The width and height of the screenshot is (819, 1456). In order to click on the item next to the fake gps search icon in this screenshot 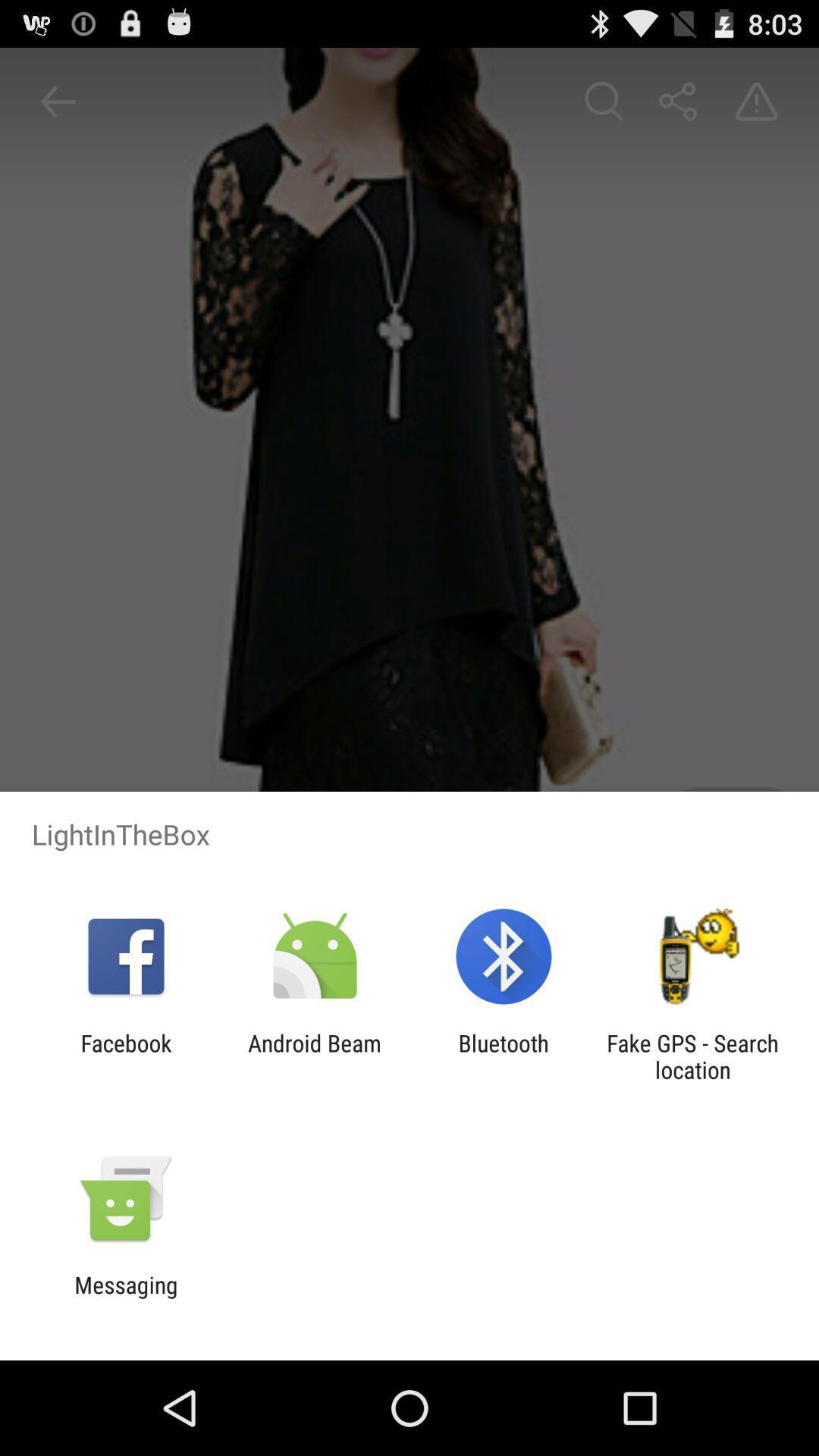, I will do `click(504, 1056)`.